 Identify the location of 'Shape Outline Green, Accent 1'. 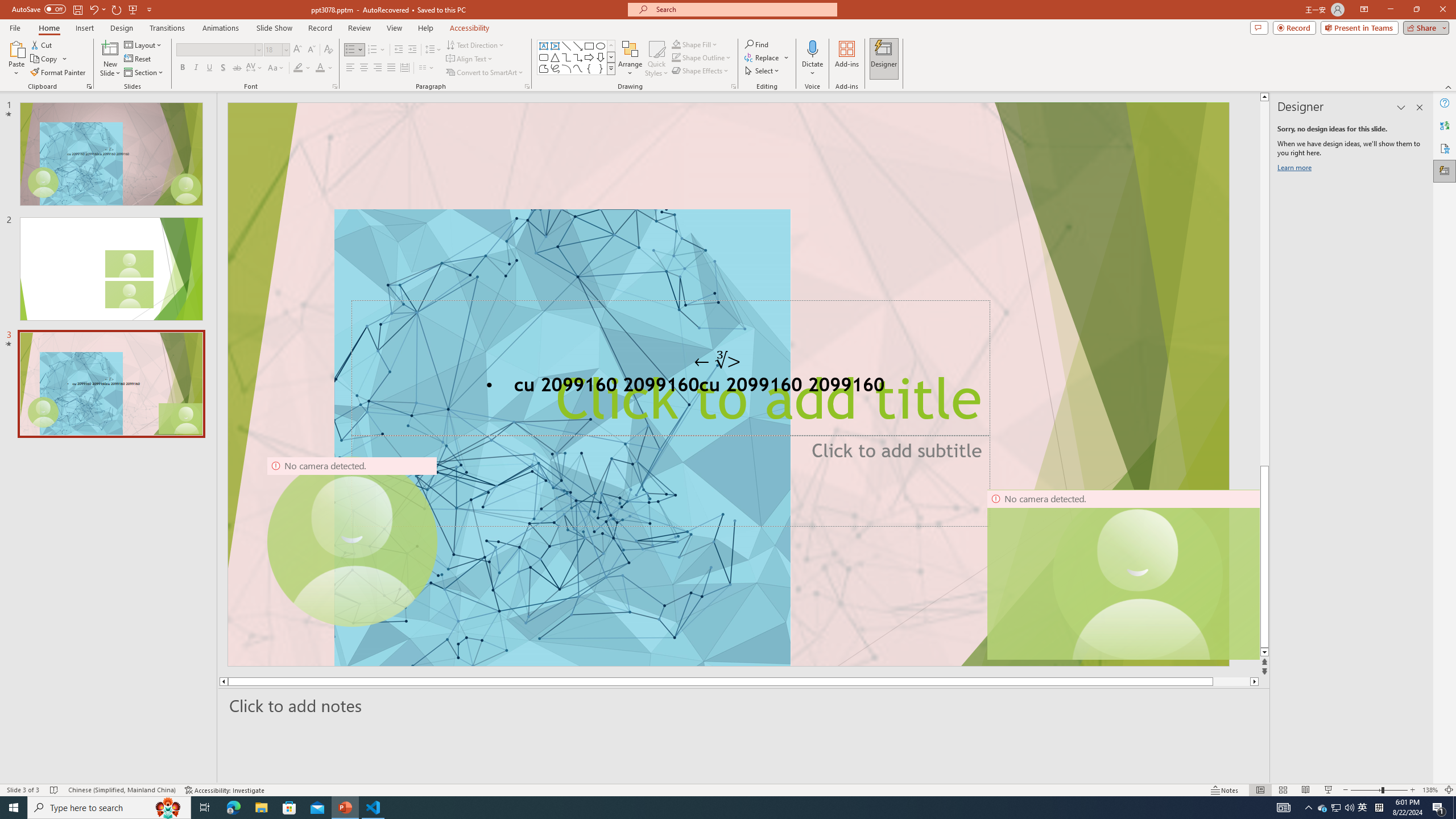
(676, 56).